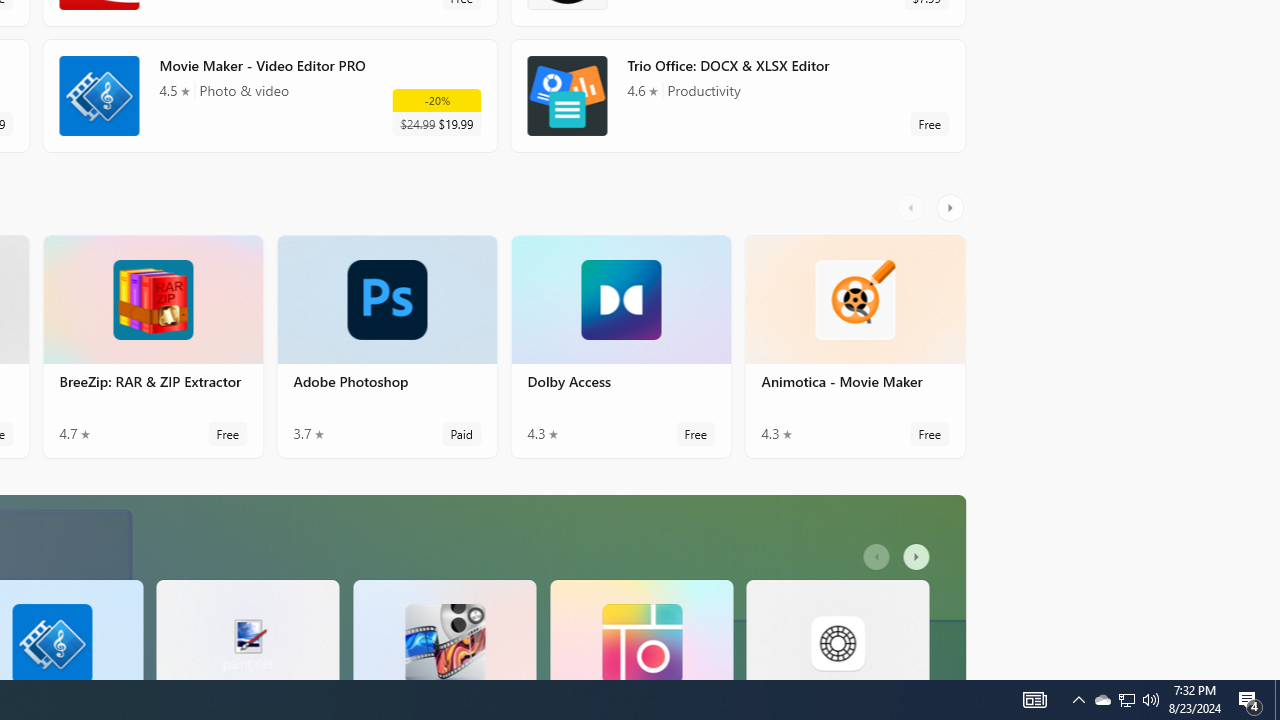 This screenshot has height=720, width=1280. I want to click on 'AutomationID: LeftScrollButton', so click(878, 557).